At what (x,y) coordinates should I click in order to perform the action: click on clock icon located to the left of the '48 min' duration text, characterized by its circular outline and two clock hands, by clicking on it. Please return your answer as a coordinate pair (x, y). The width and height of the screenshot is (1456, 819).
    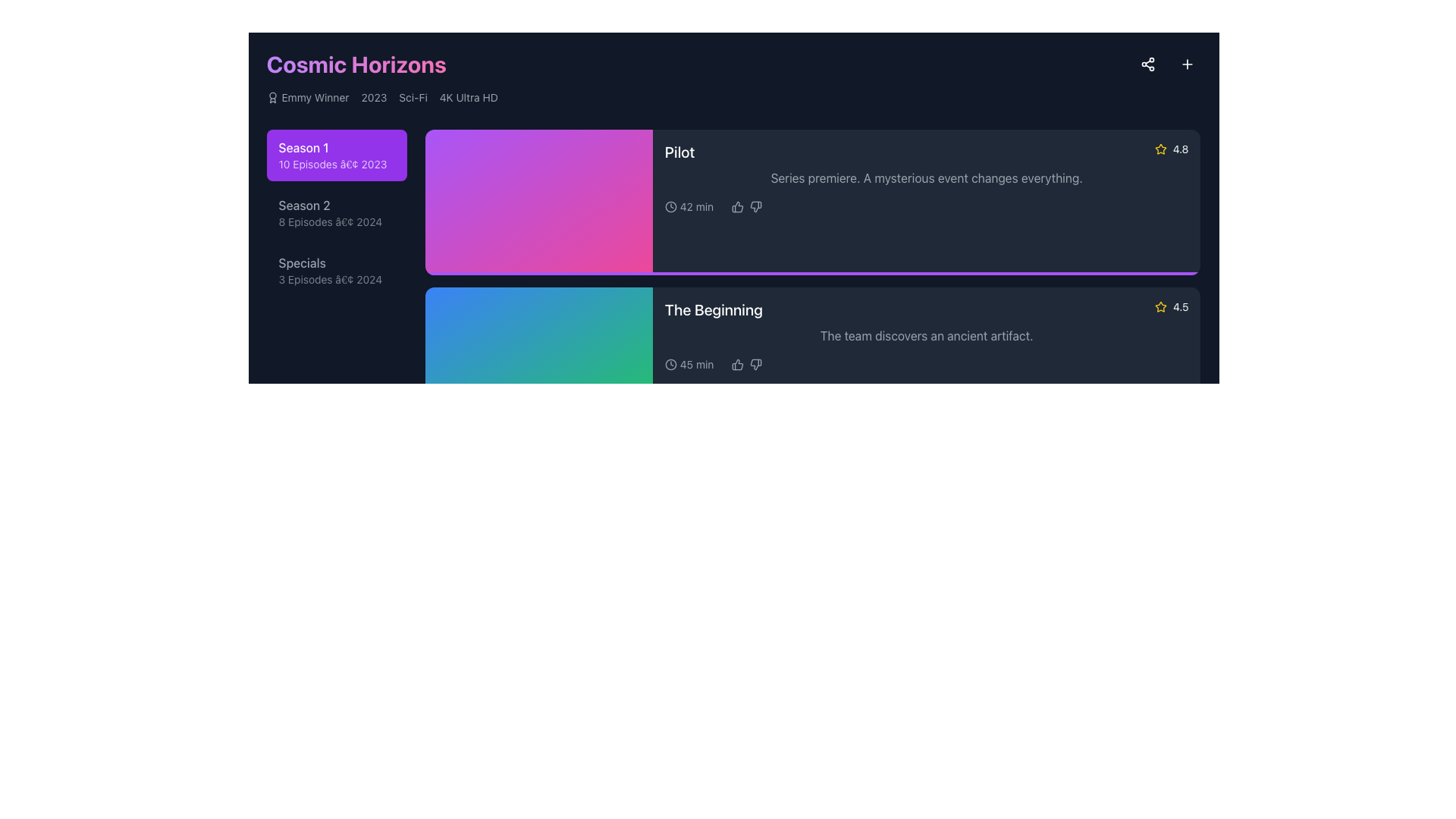
    Looking at the image, I should click on (670, 522).